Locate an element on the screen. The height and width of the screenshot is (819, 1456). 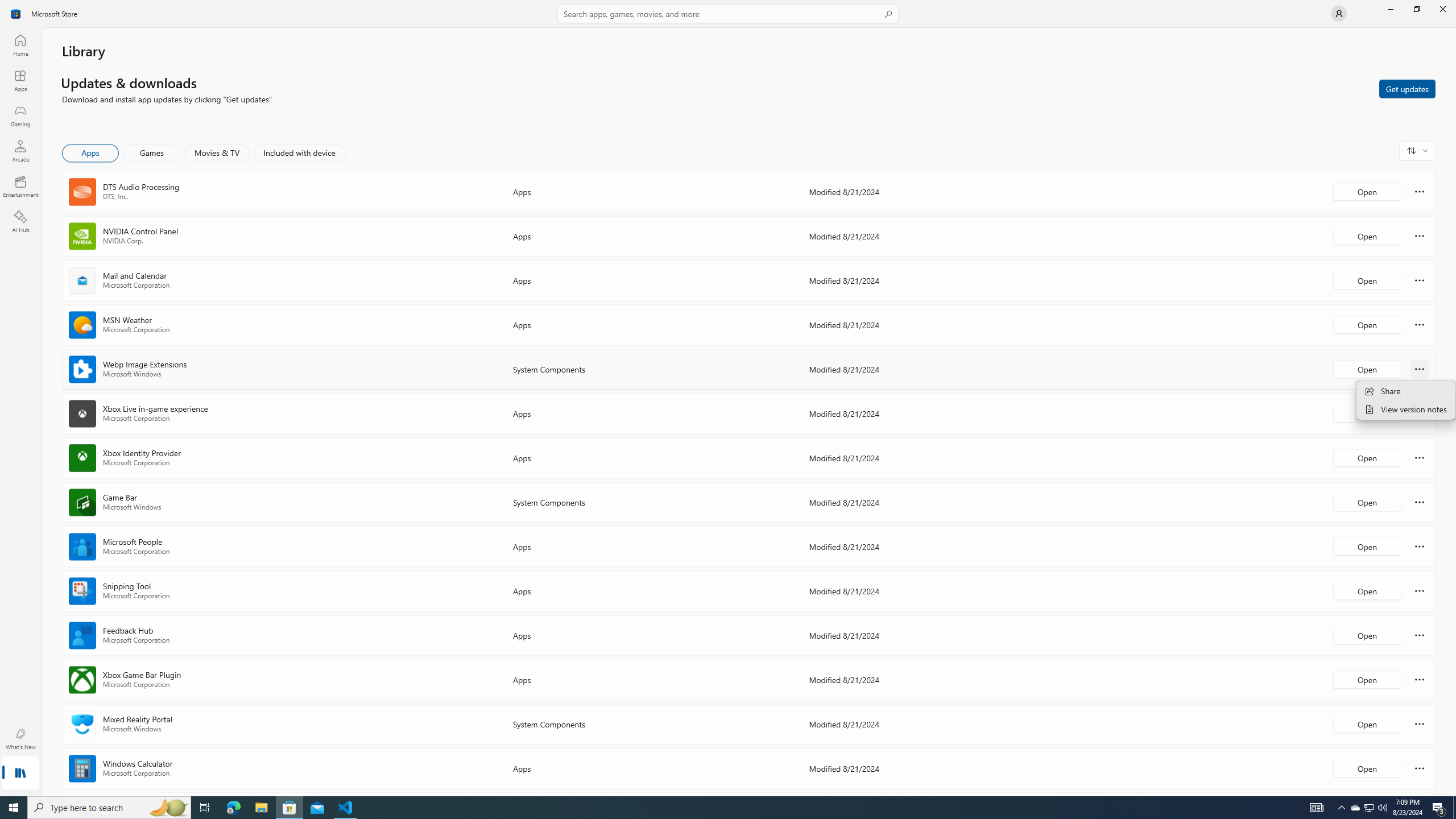
'Get updates' is located at coordinates (1407, 88).